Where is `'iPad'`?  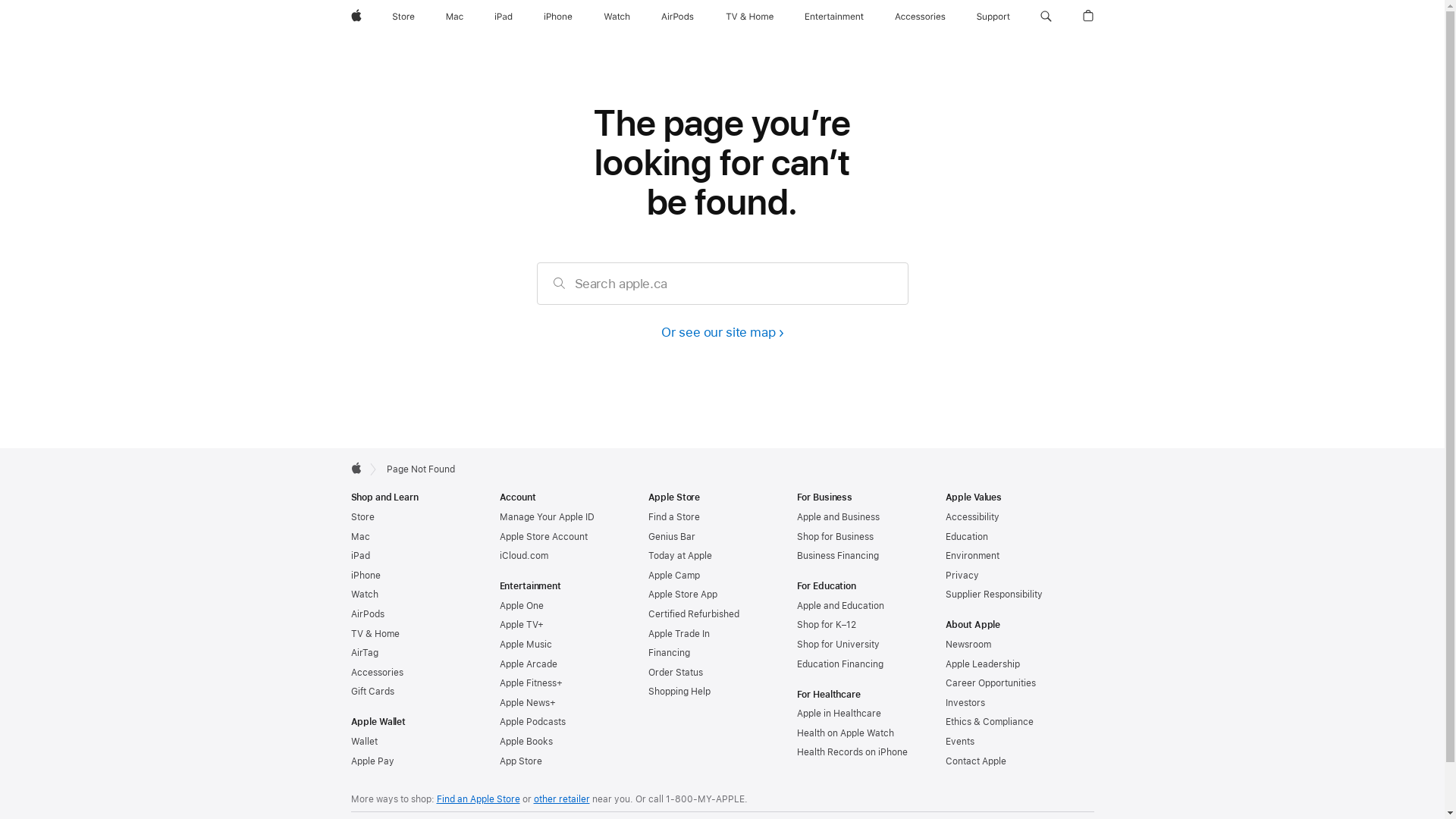
'iPad' is located at coordinates (503, 17).